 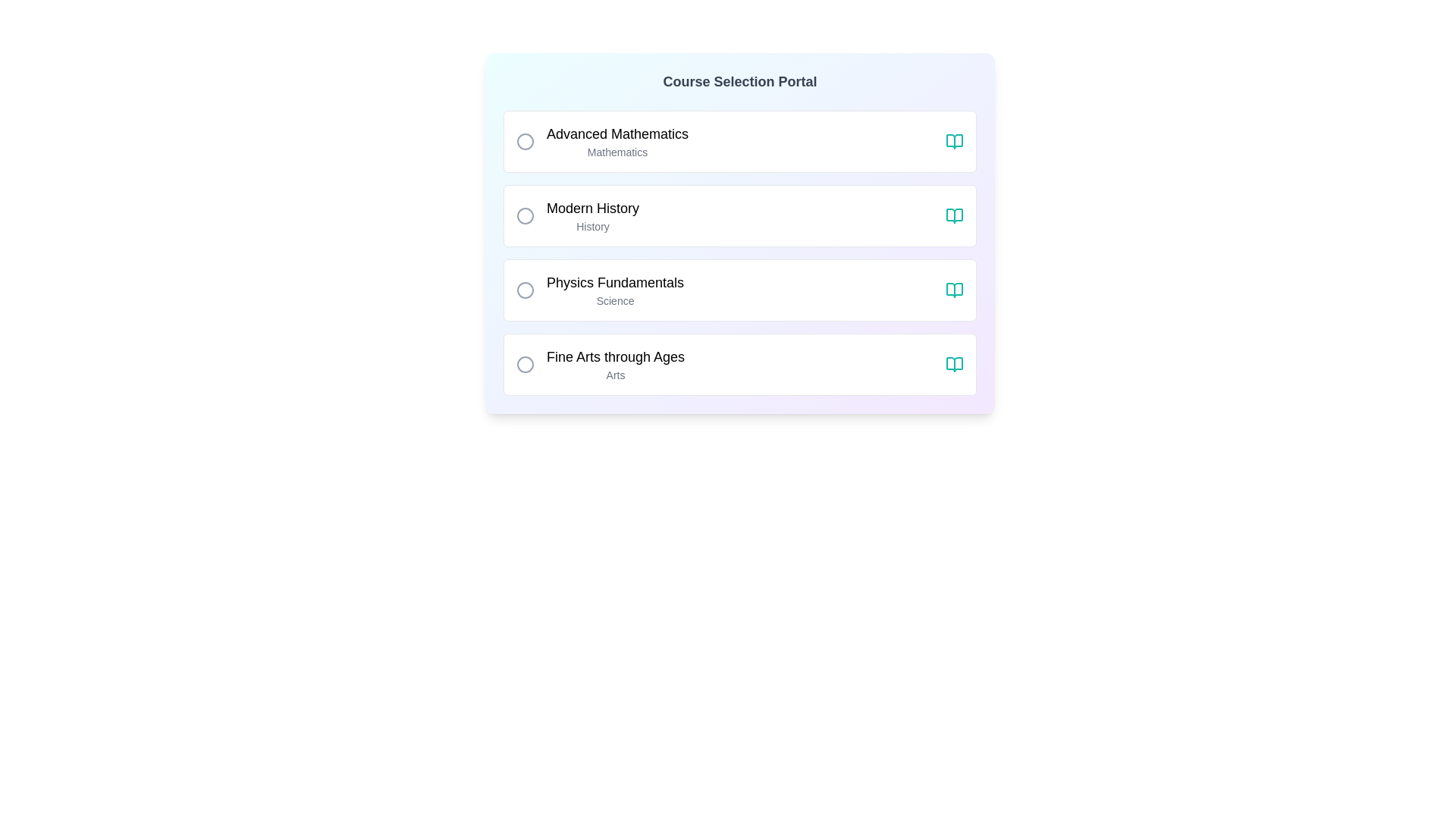 What do you see at coordinates (953, 216) in the screenshot?
I see `the teal-colored open book icon located at the extreme right of the 'Modern History' course entry` at bounding box center [953, 216].